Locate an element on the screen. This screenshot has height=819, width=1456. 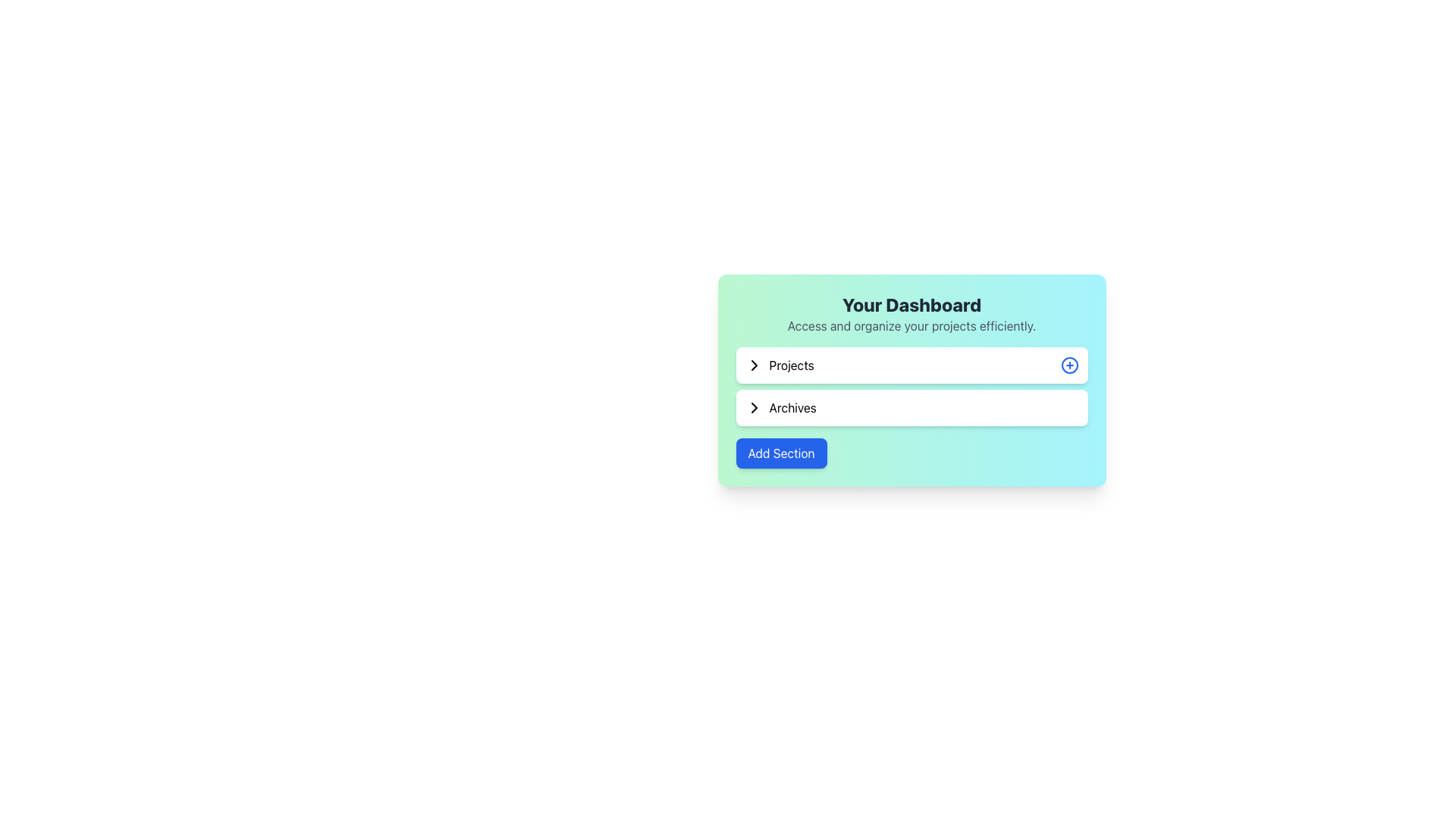
the icon located in the top-right corner of the 'Projects' section is located at coordinates (1068, 366).